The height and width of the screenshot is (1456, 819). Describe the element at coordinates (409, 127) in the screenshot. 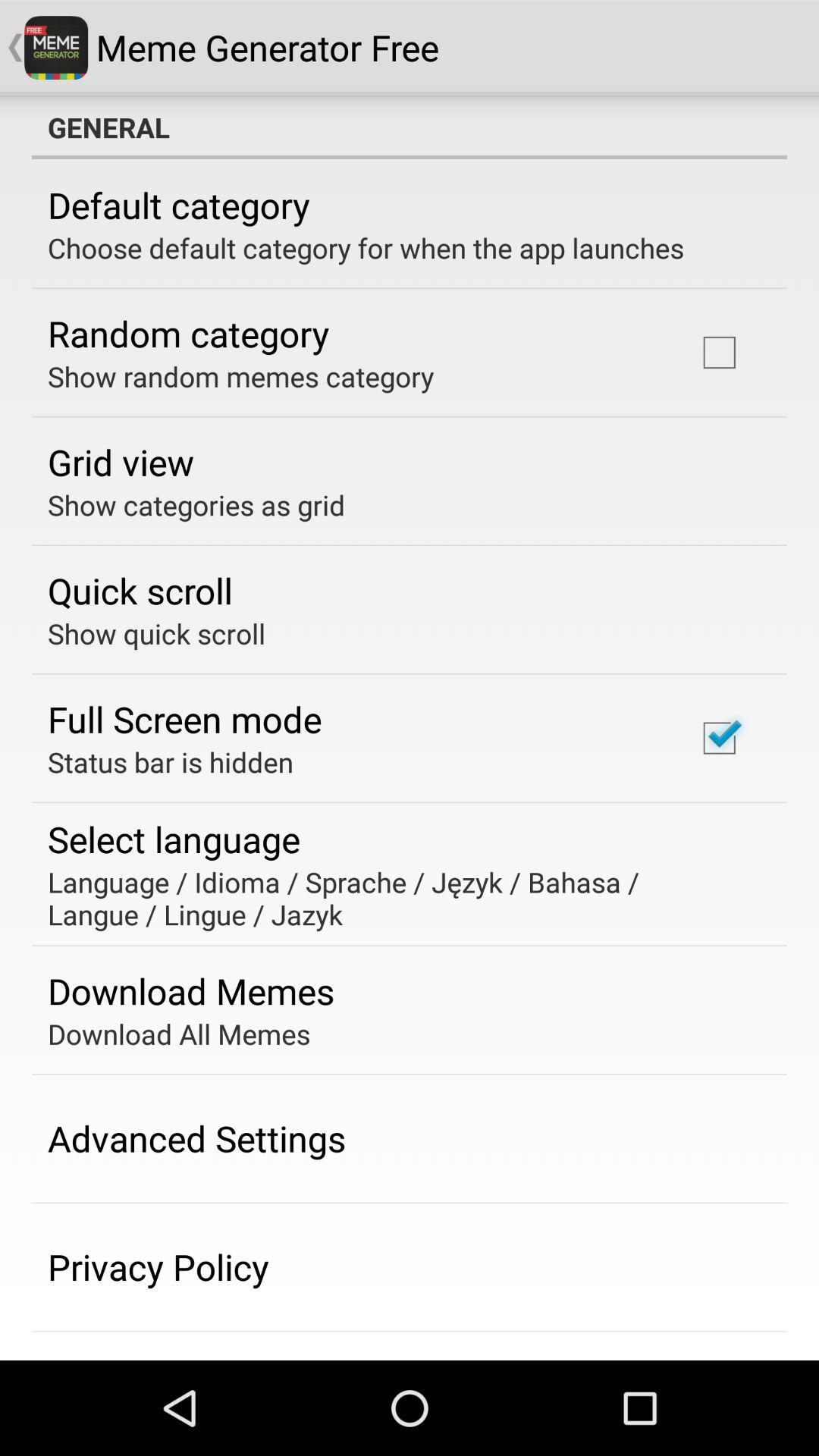

I see `the item above default category item` at that location.